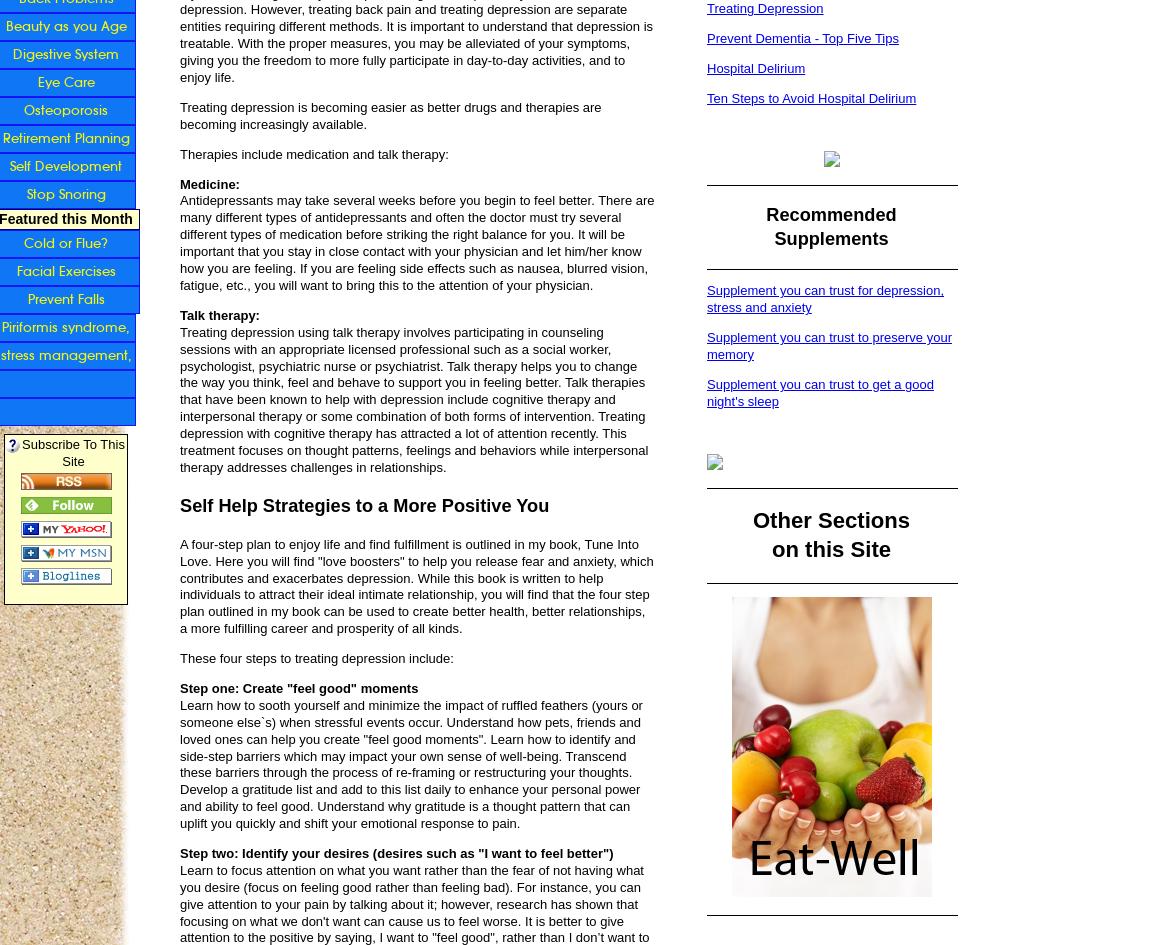  Describe the element at coordinates (763, 8) in the screenshot. I see `'Treating Depression'` at that location.